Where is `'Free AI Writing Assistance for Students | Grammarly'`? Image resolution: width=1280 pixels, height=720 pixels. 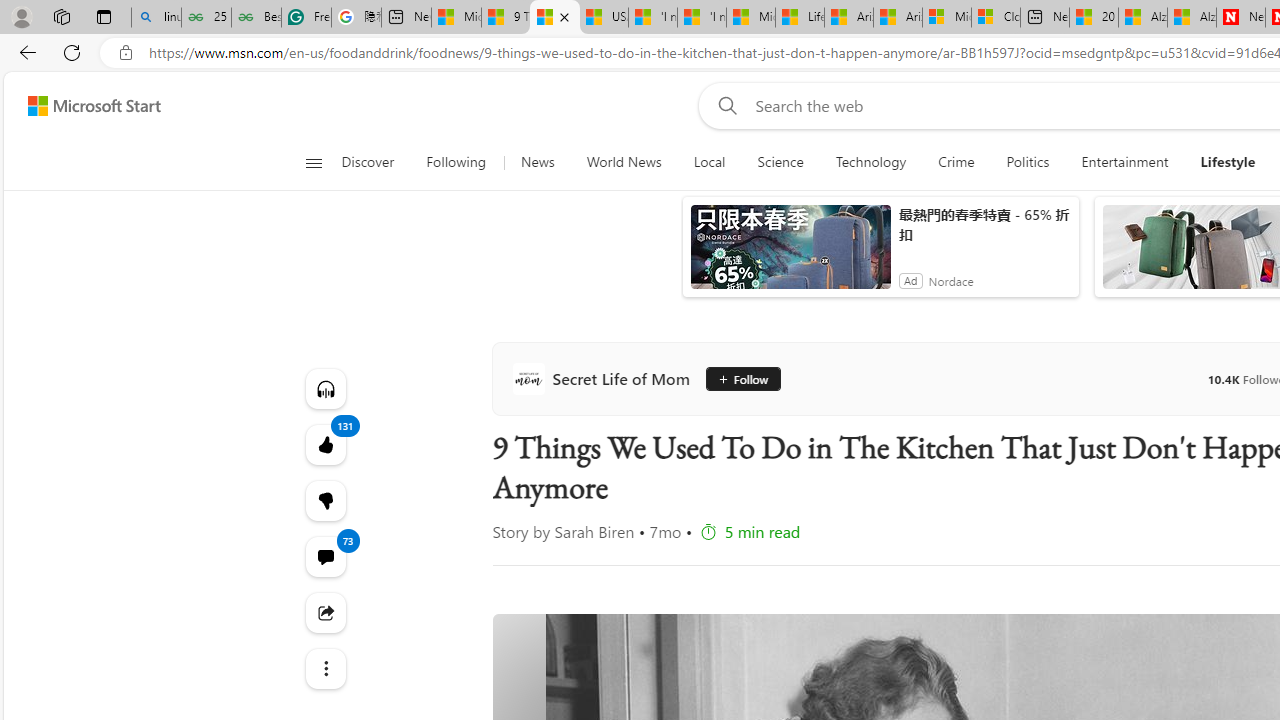 'Free AI Writing Assistance for Students | Grammarly' is located at coordinates (305, 17).